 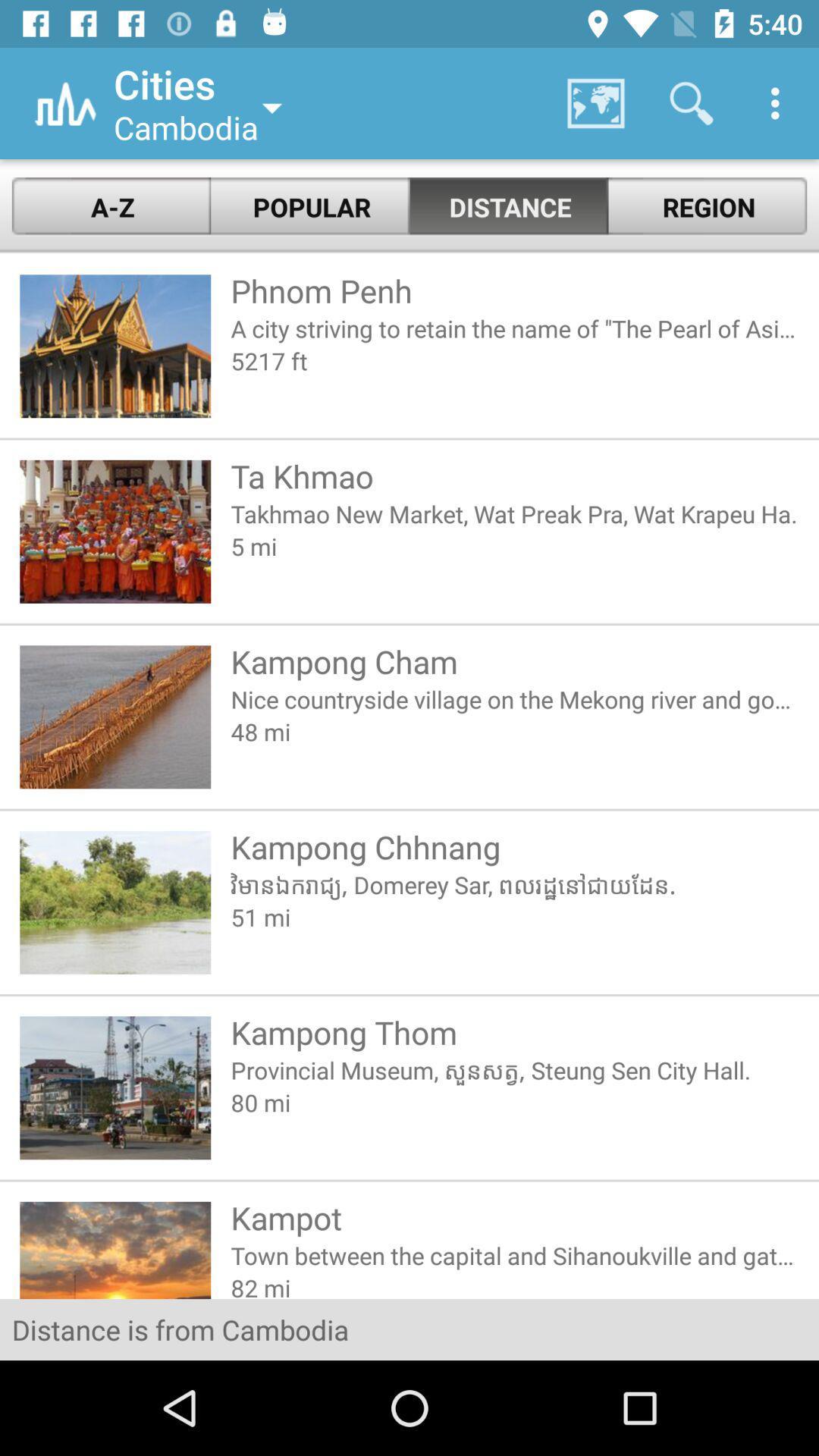 I want to click on the 82 mi item, so click(x=514, y=1284).